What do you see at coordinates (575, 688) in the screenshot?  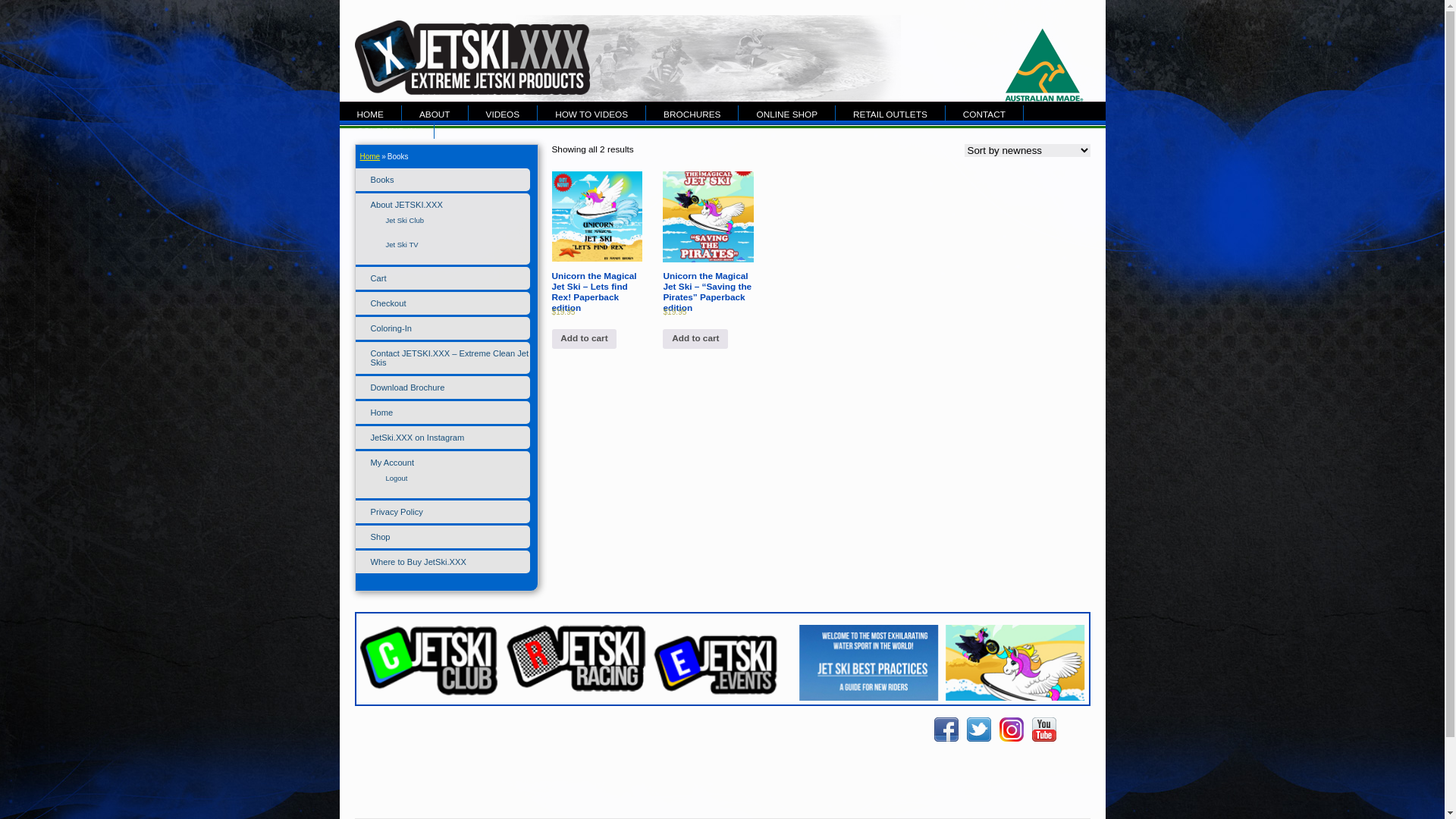 I see `'Jet Ski Racing'` at bounding box center [575, 688].